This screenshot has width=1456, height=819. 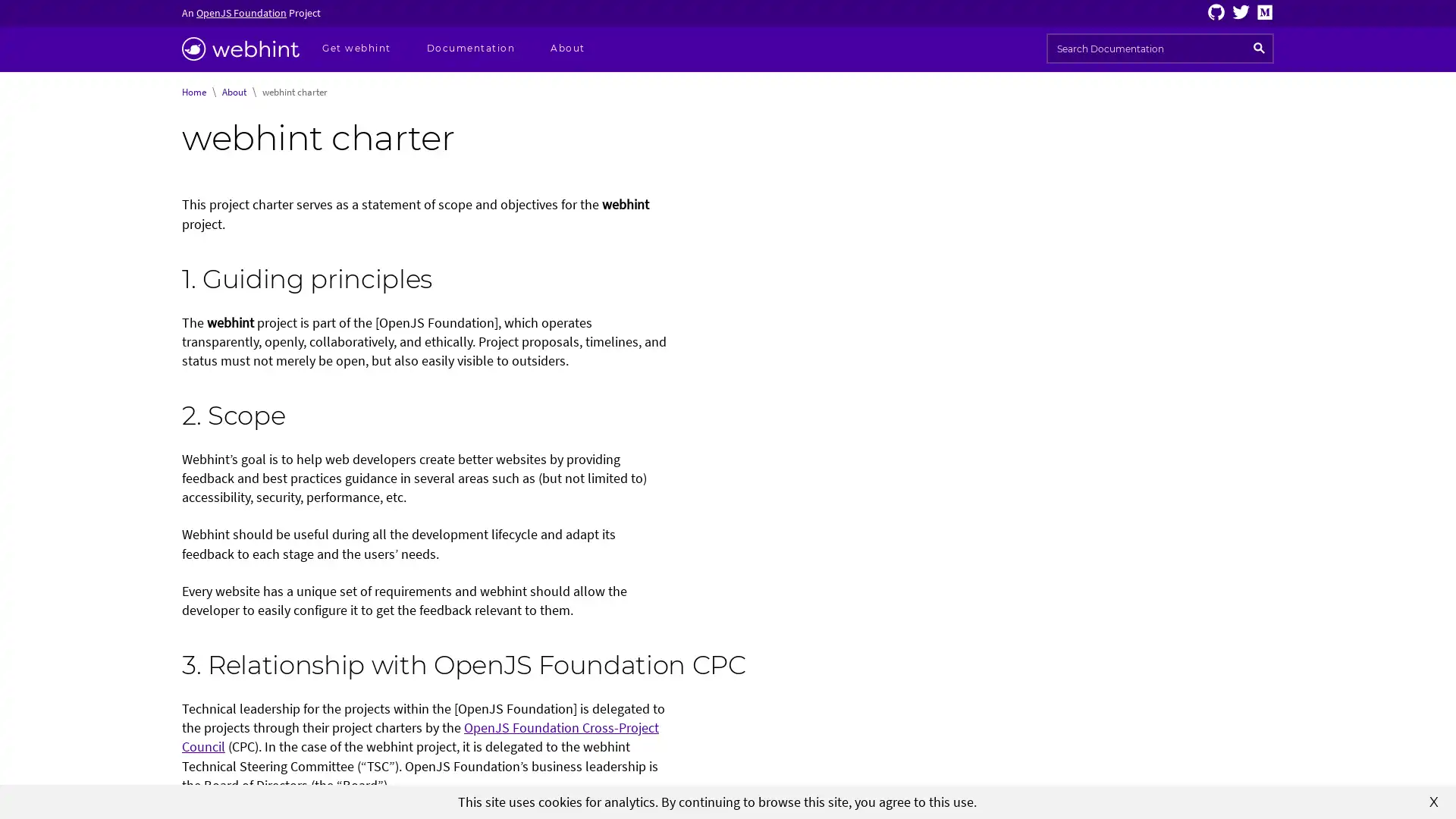 What do you see at coordinates (1433, 800) in the screenshot?
I see `close` at bounding box center [1433, 800].